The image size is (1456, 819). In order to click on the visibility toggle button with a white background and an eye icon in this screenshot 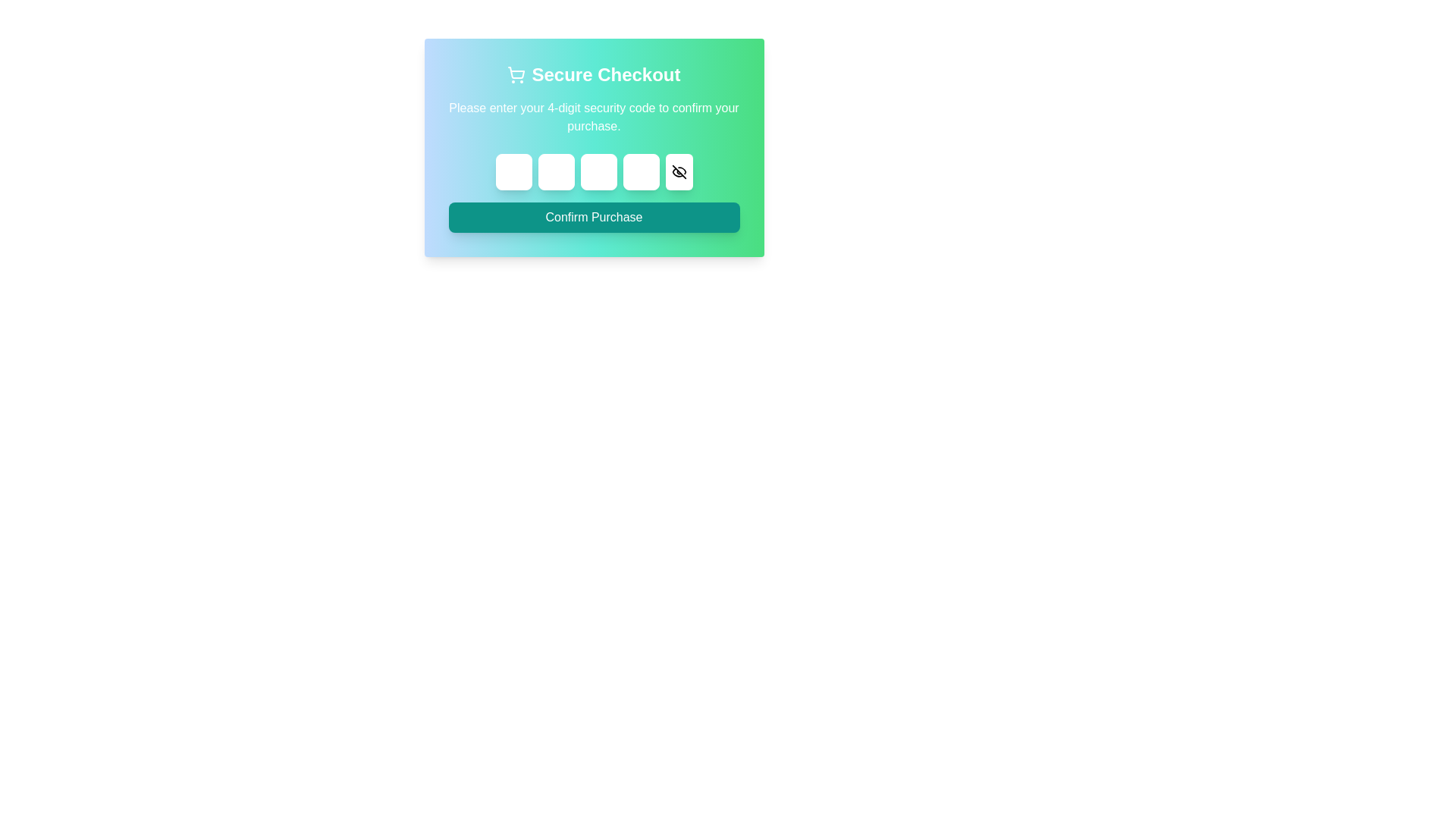, I will do `click(678, 171)`.